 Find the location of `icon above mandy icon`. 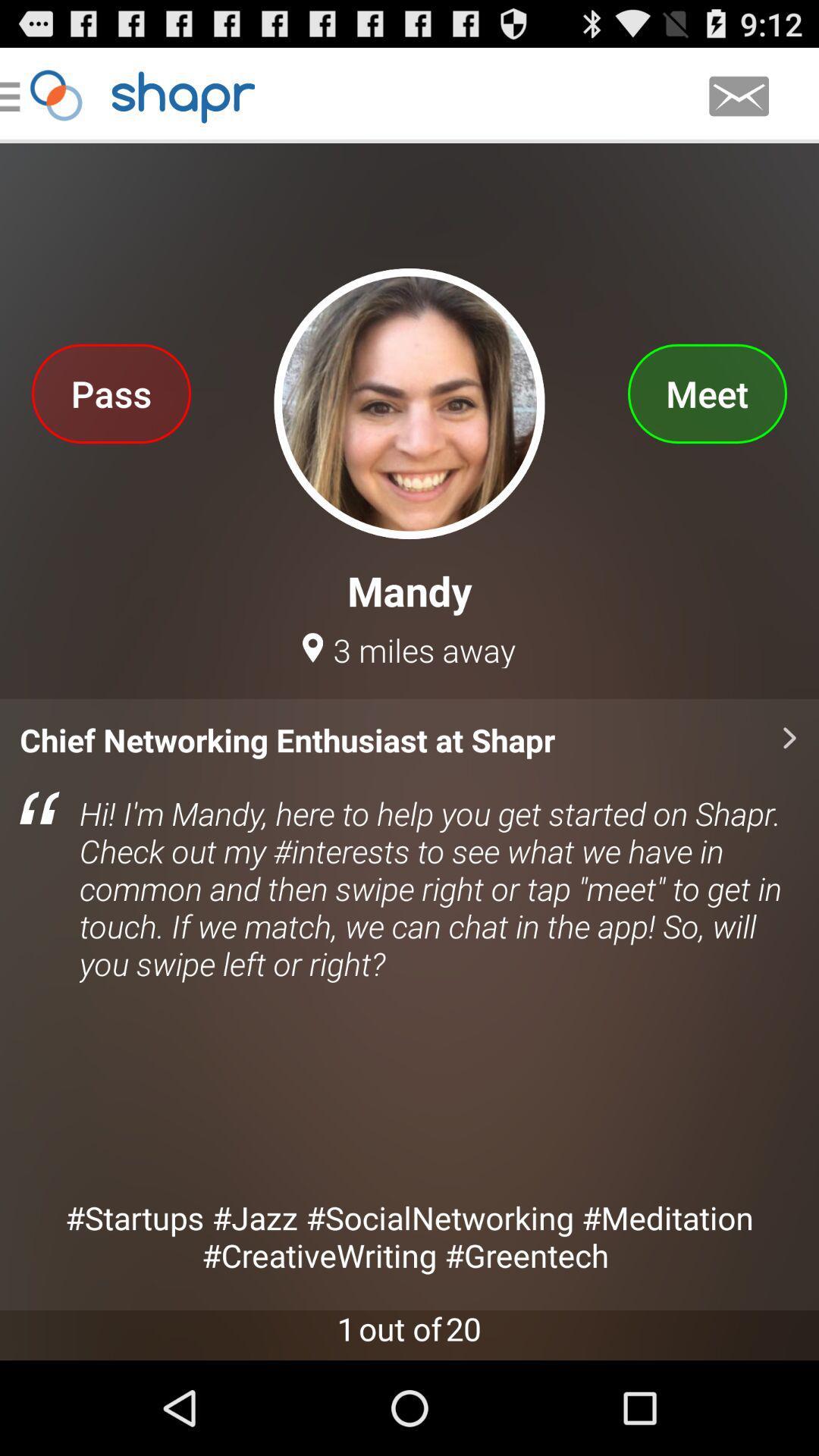

icon above mandy icon is located at coordinates (707, 393).